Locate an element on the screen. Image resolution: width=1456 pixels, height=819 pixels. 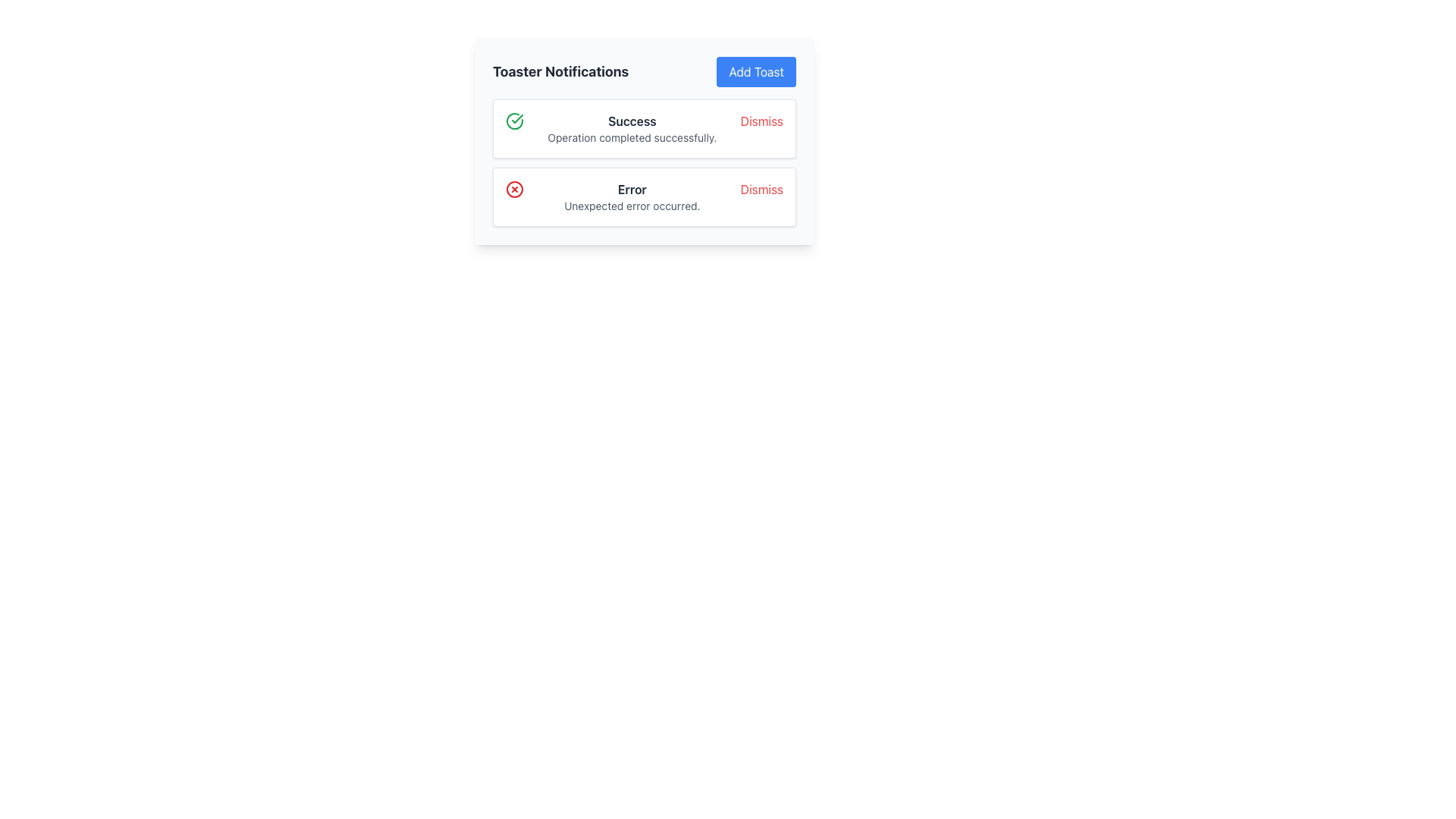
the red circular icon with a cross symbol, located to the left of the 'Error' title in the second notification row under the 'Error' label is located at coordinates (514, 189).